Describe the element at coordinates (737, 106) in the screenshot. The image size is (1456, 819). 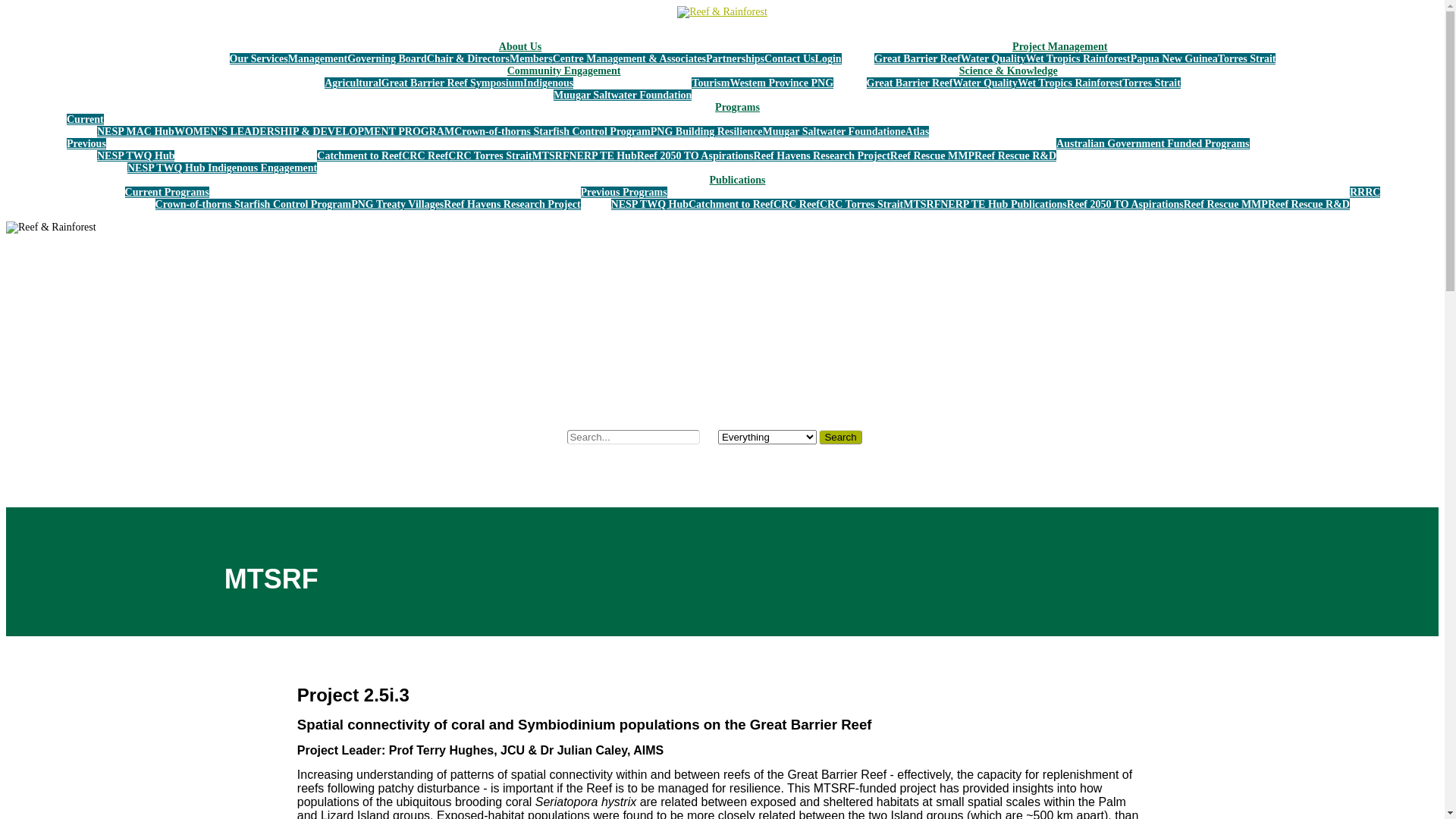
I see `'Programs'` at that location.